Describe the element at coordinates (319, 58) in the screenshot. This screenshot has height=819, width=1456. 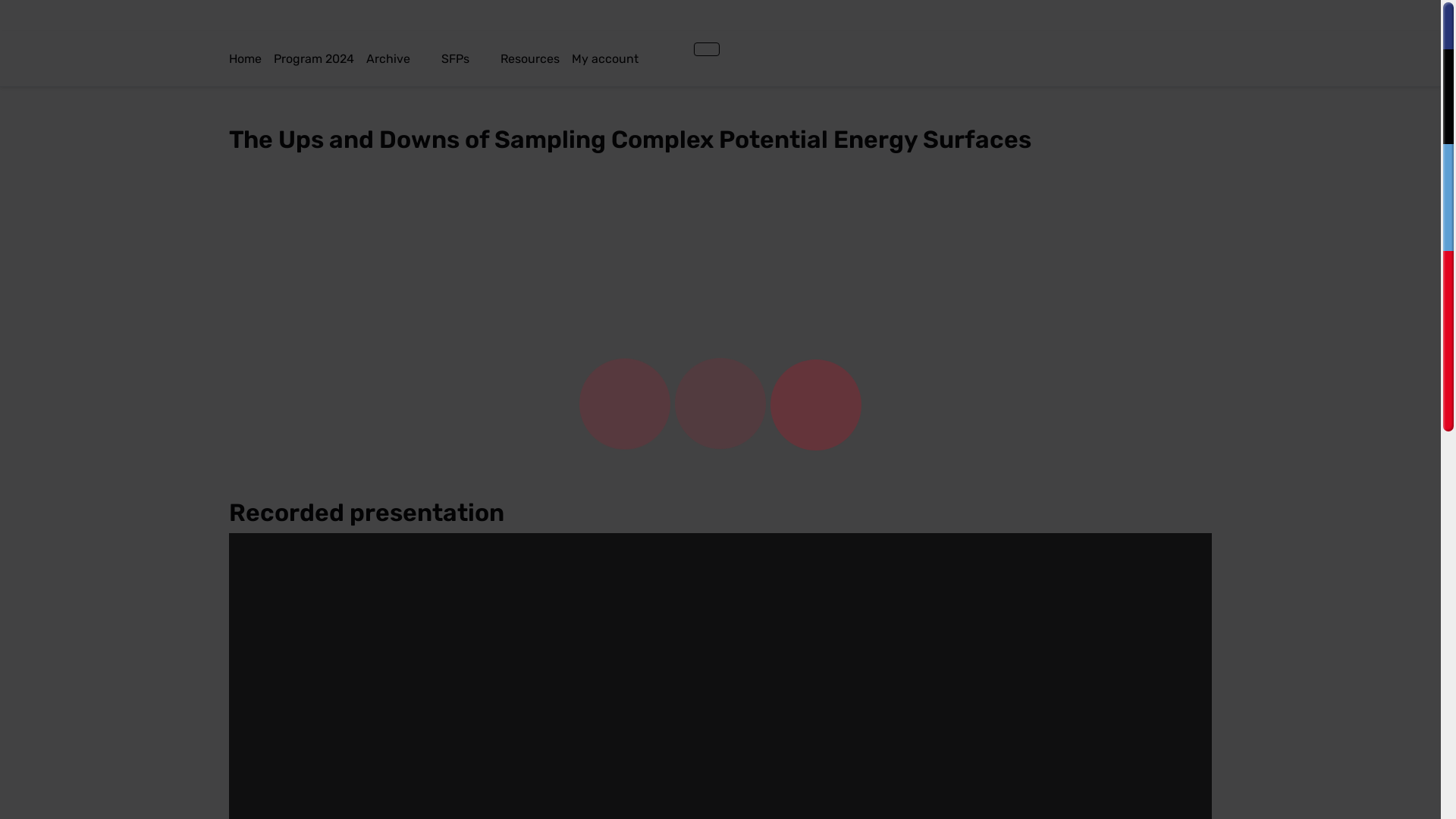
I see `'Program 2024'` at that location.